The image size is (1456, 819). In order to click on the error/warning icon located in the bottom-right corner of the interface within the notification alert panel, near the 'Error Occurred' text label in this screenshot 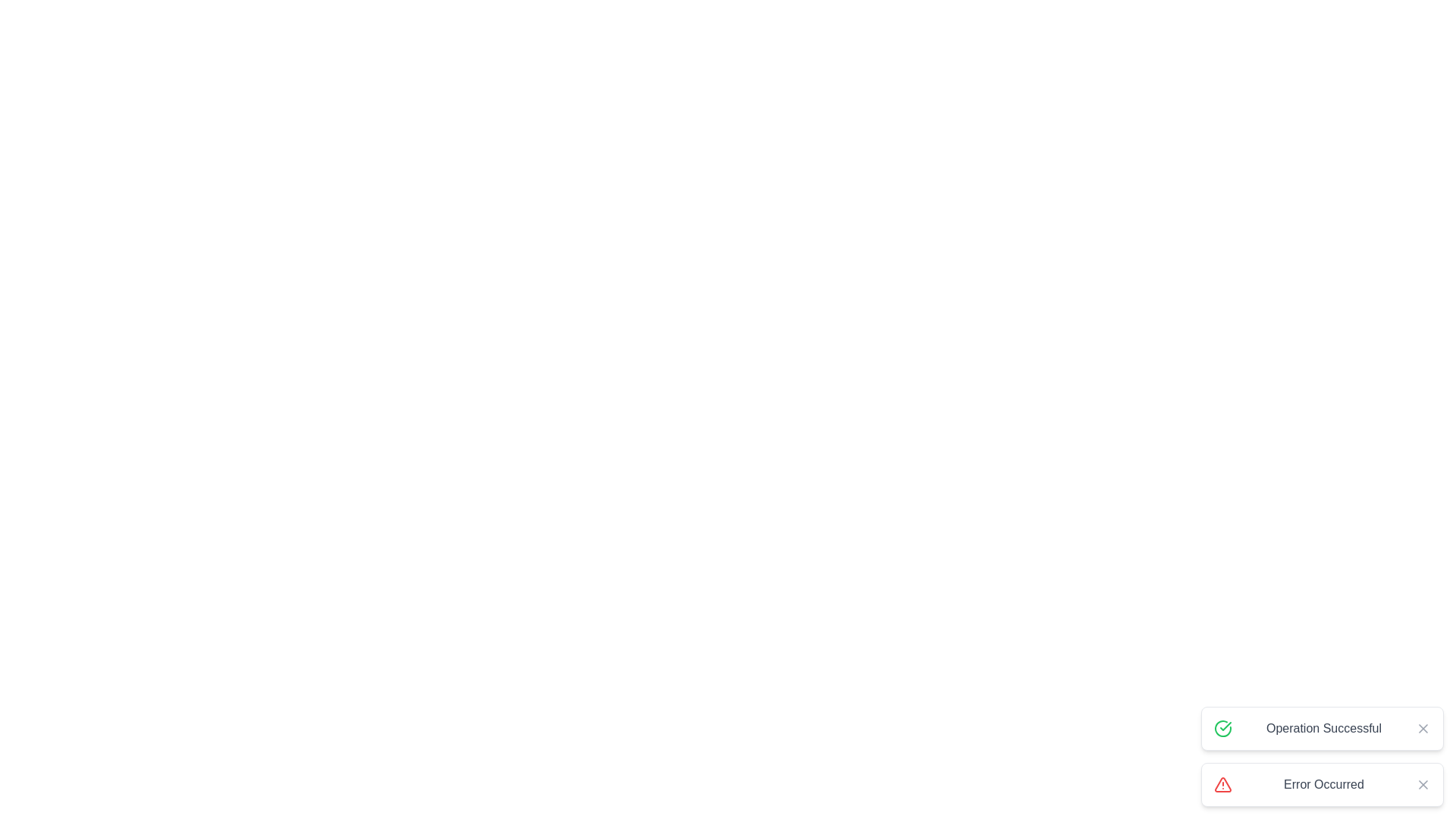, I will do `click(1222, 784)`.